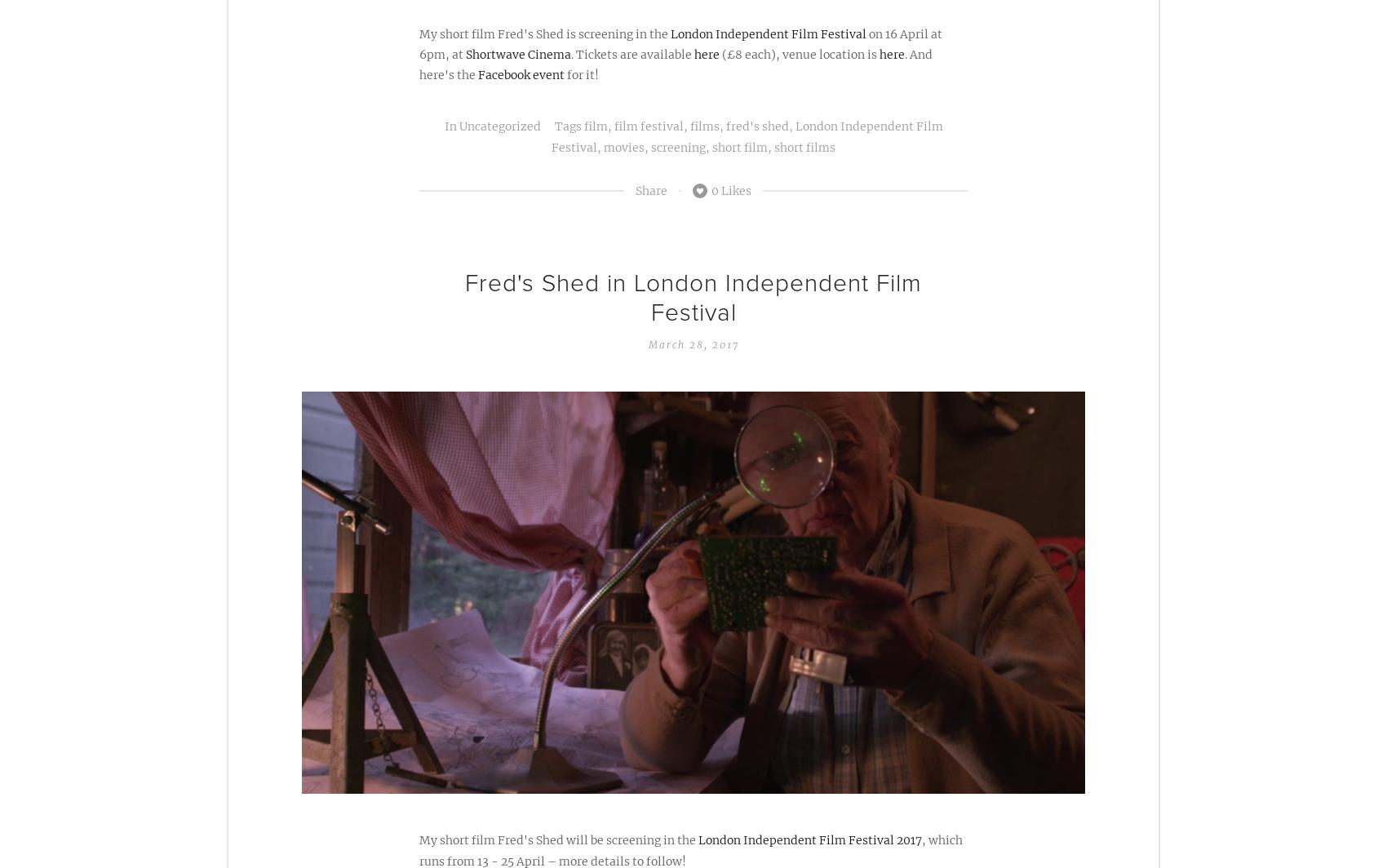  What do you see at coordinates (809, 839) in the screenshot?
I see `'London Independent Film Festival 2017'` at bounding box center [809, 839].